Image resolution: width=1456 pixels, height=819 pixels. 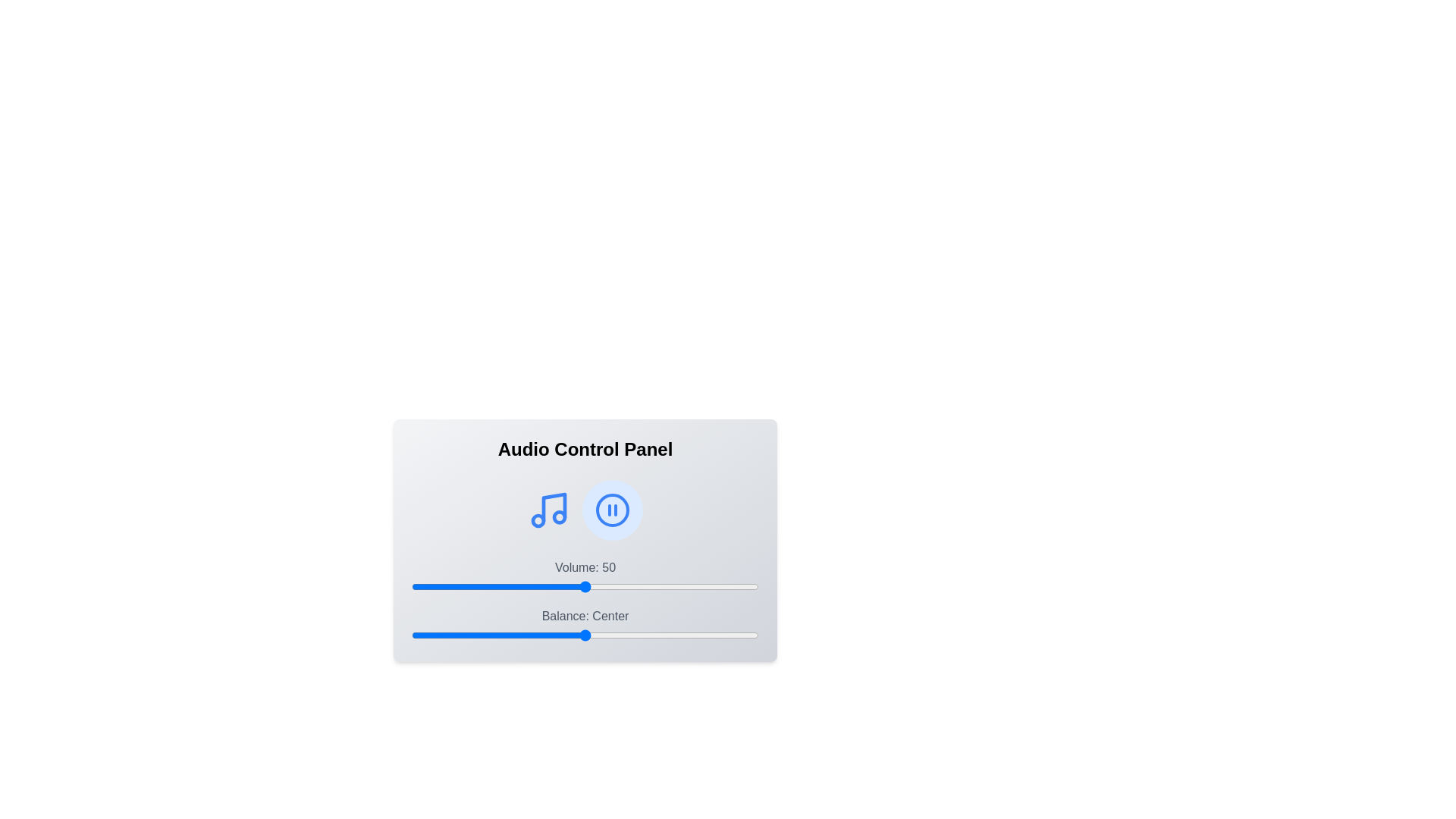 What do you see at coordinates (548, 510) in the screenshot?
I see `the musical note icon, which is the first item on the left in the audio control panel, to interact with it` at bounding box center [548, 510].